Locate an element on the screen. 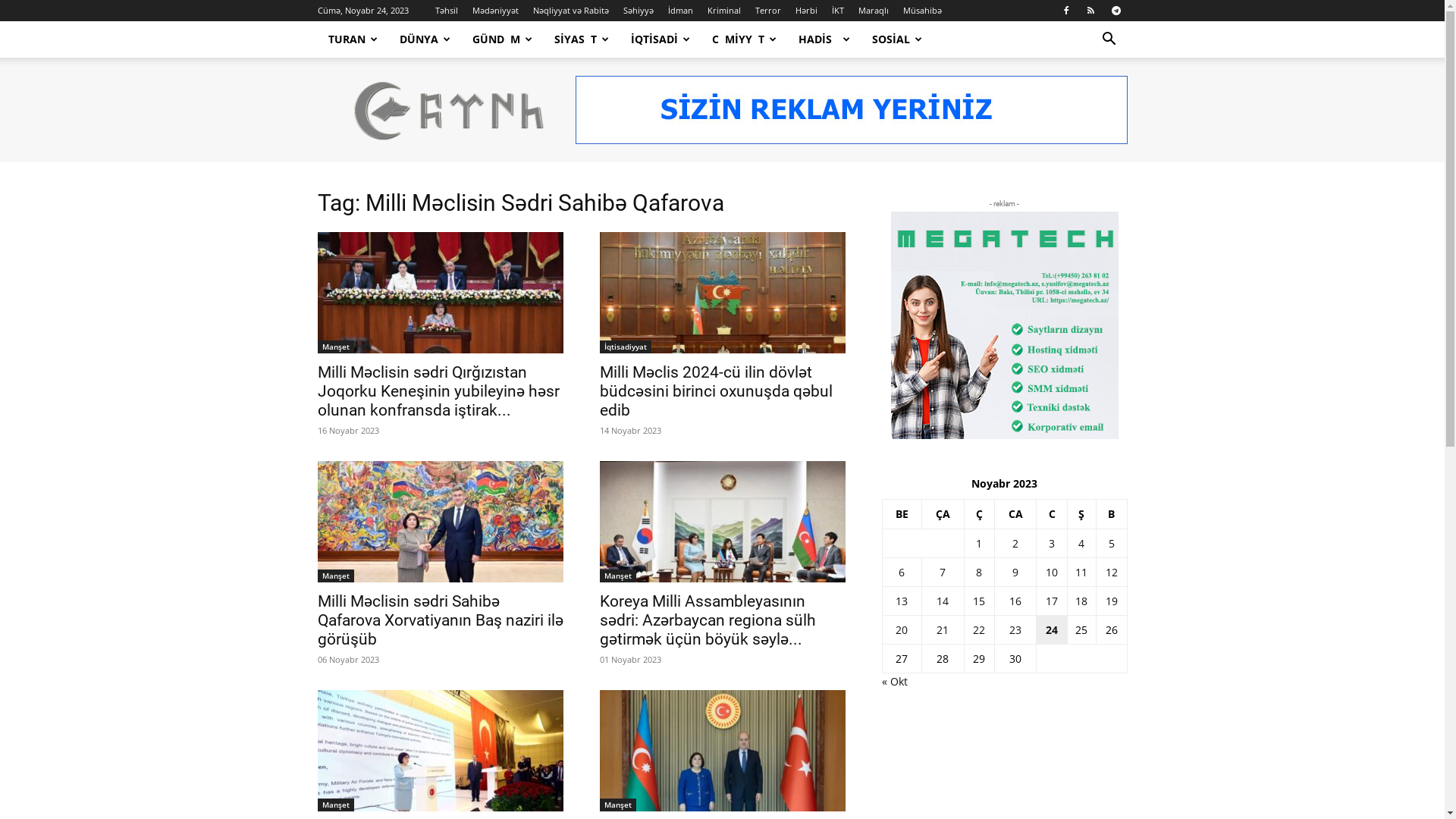 The width and height of the screenshot is (1456, 819). '1' is located at coordinates (979, 542).